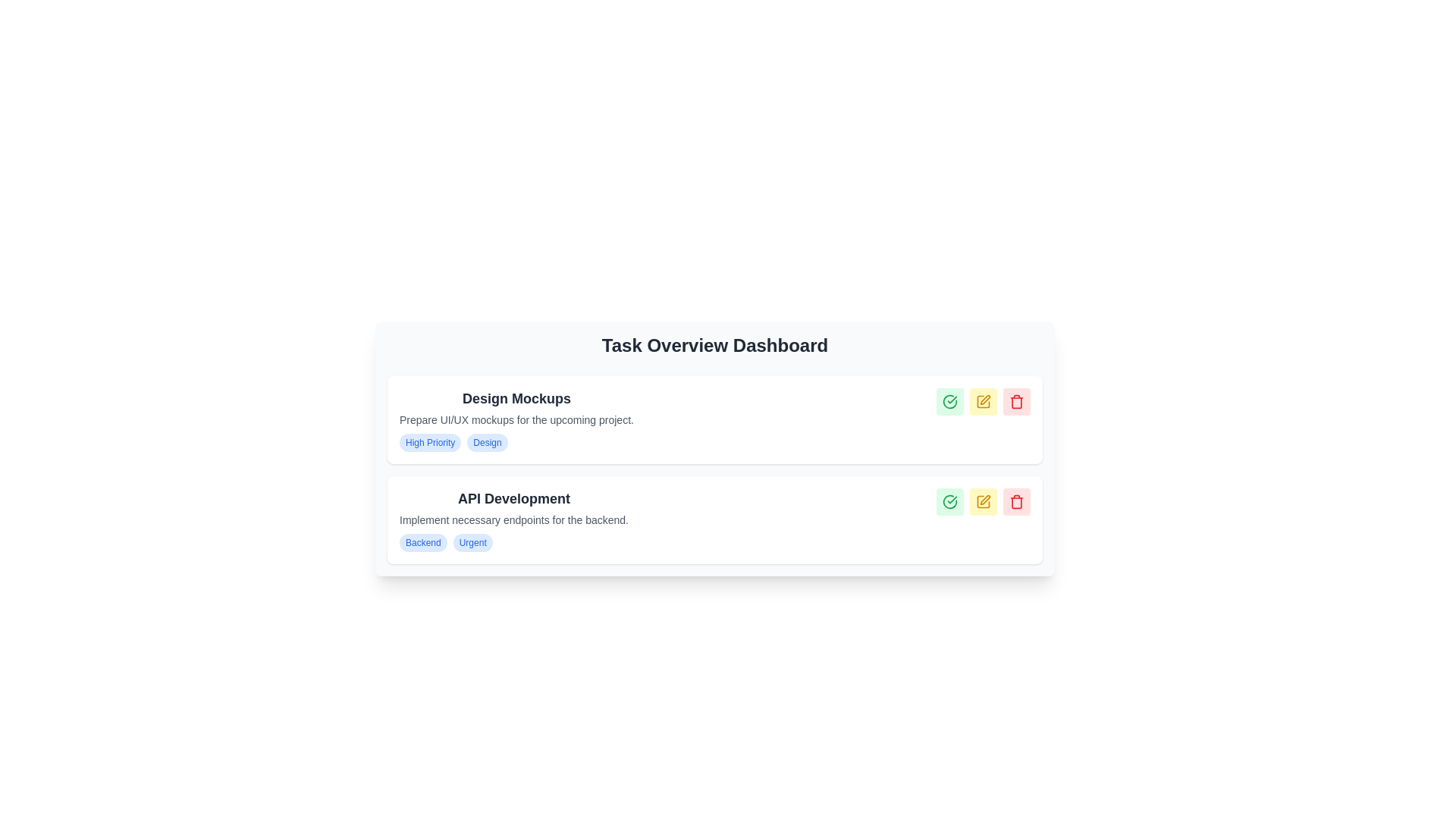 Image resolution: width=1456 pixels, height=819 pixels. I want to click on the Trash Bin icon representing the delete function for the 'API Development' task, which is the last icon in a group of three on the right-hand side, so click(1016, 503).